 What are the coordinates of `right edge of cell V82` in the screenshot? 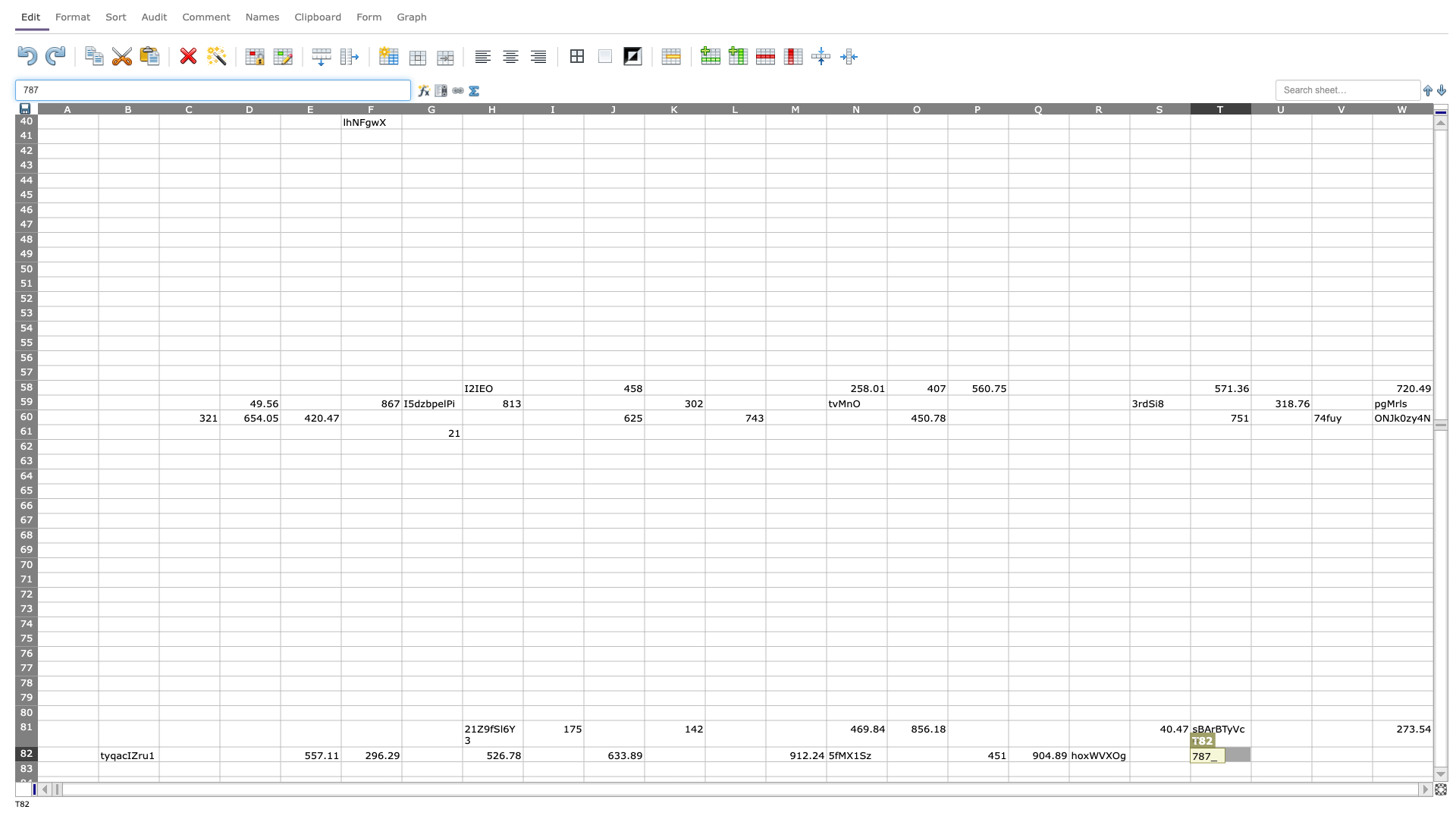 It's located at (1372, 754).